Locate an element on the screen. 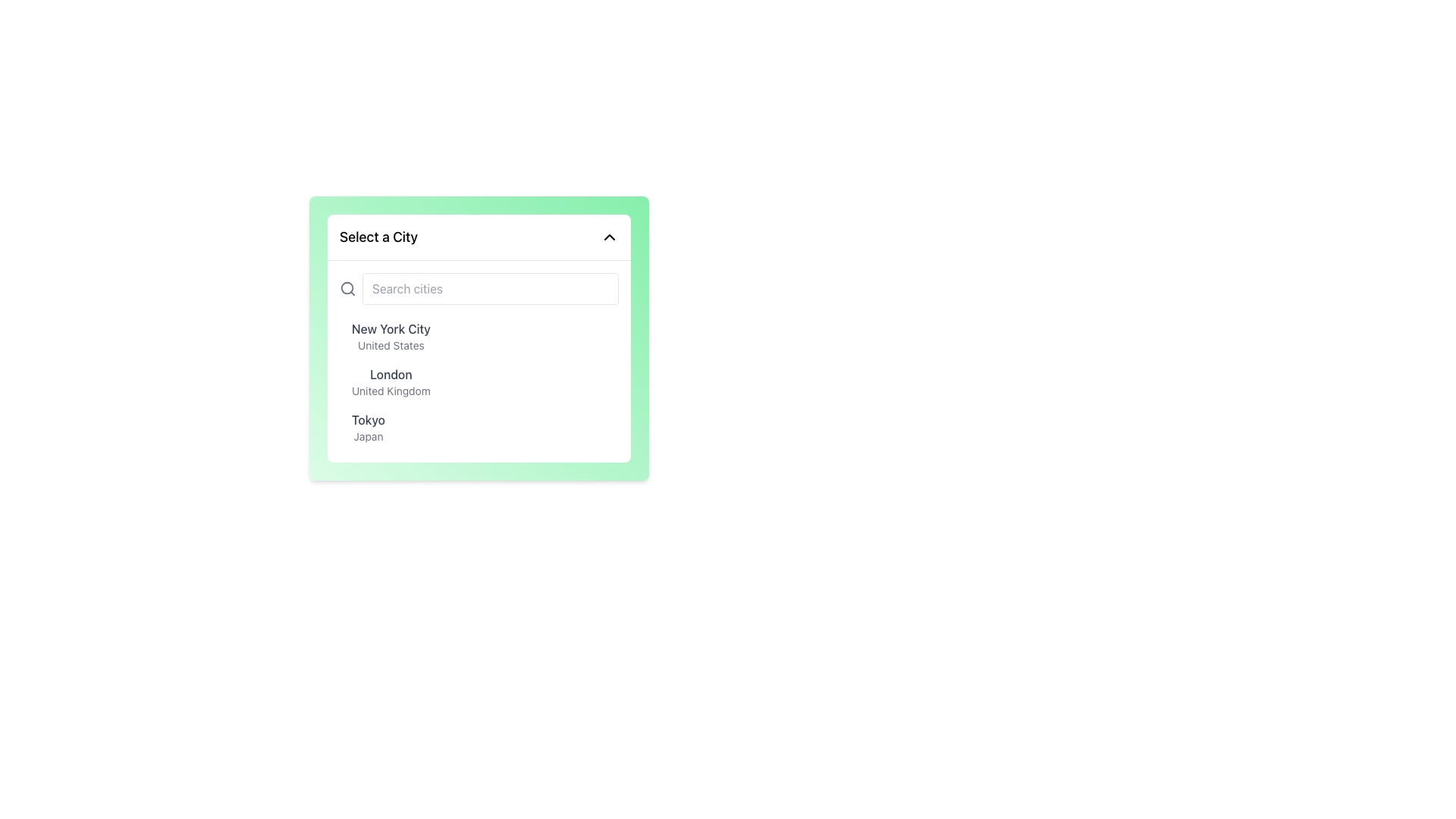 The height and width of the screenshot is (819, 1456). the dropdown menu option labeled 'New York City' is located at coordinates (479, 335).